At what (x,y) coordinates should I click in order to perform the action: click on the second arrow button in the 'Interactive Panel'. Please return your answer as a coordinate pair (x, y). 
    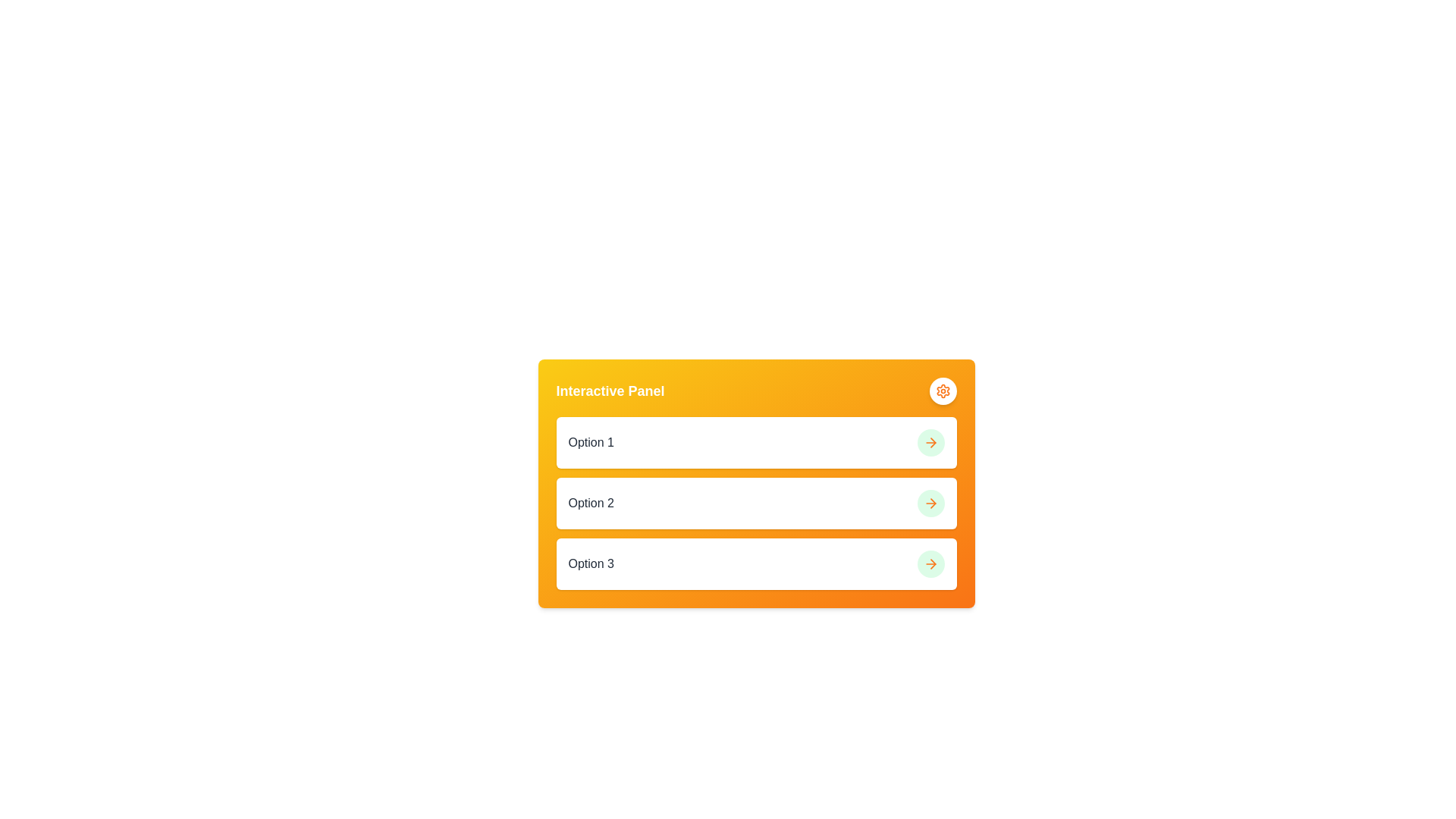
    Looking at the image, I should click on (930, 503).